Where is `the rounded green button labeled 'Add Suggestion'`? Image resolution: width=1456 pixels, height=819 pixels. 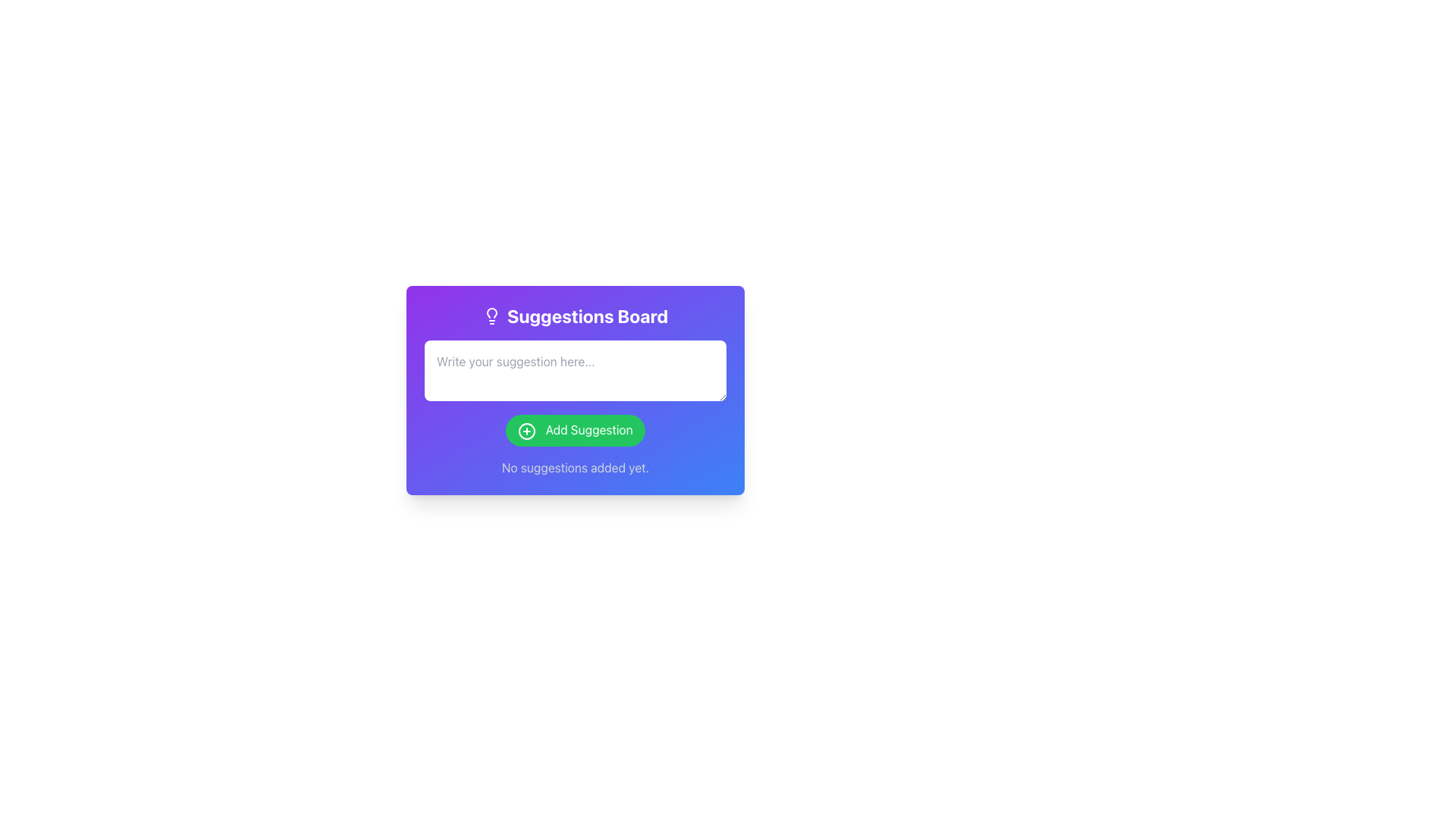
the rounded green button labeled 'Add Suggestion' is located at coordinates (574, 430).